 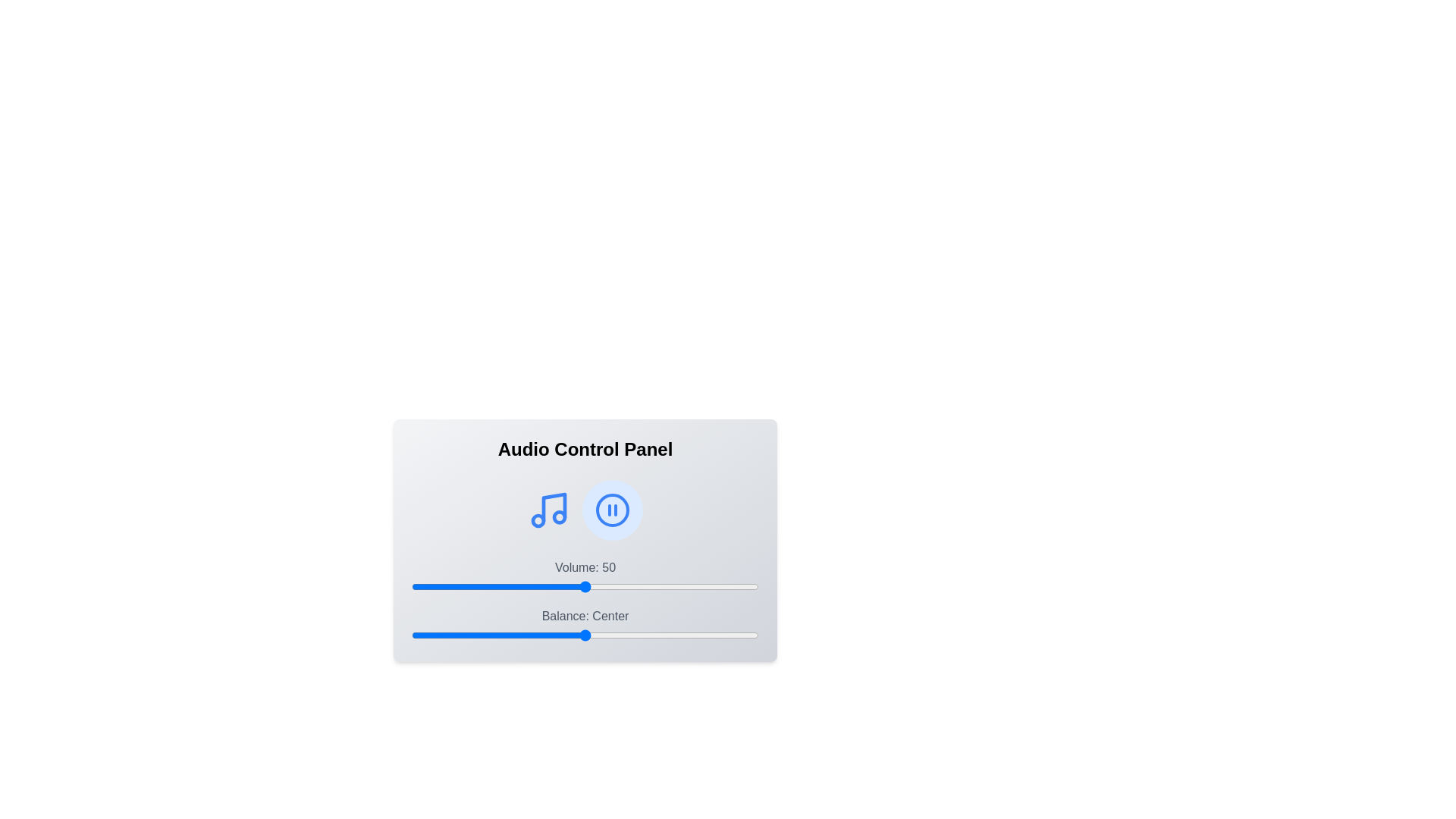 I want to click on the slider value, so click(x=651, y=586).